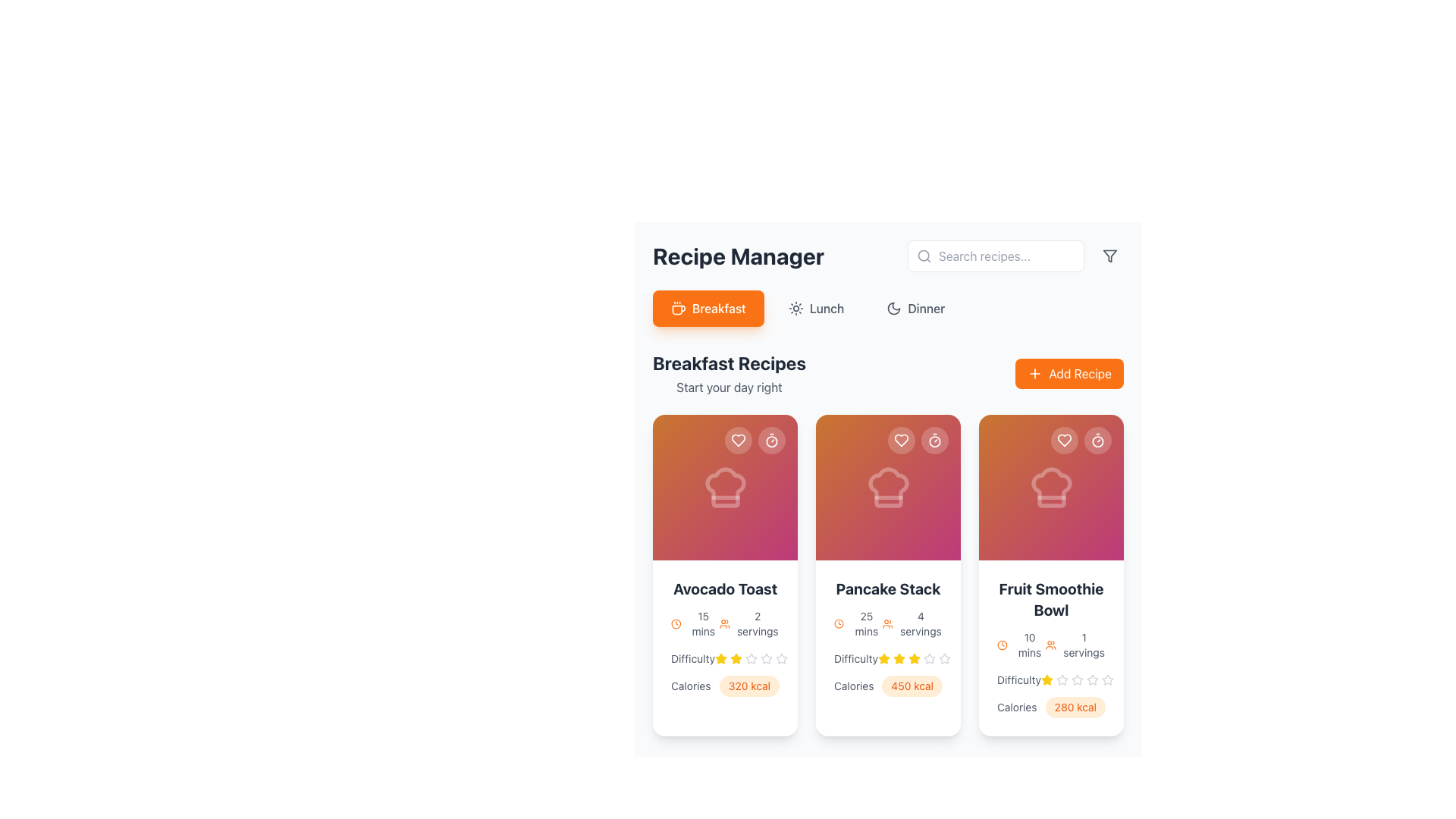 The height and width of the screenshot is (819, 1456). What do you see at coordinates (1030, 645) in the screenshot?
I see `the text element displaying '10 mins', which is located to the right of an orange clock icon within the 'Fruit Smoothie Bowl' card's details section` at bounding box center [1030, 645].